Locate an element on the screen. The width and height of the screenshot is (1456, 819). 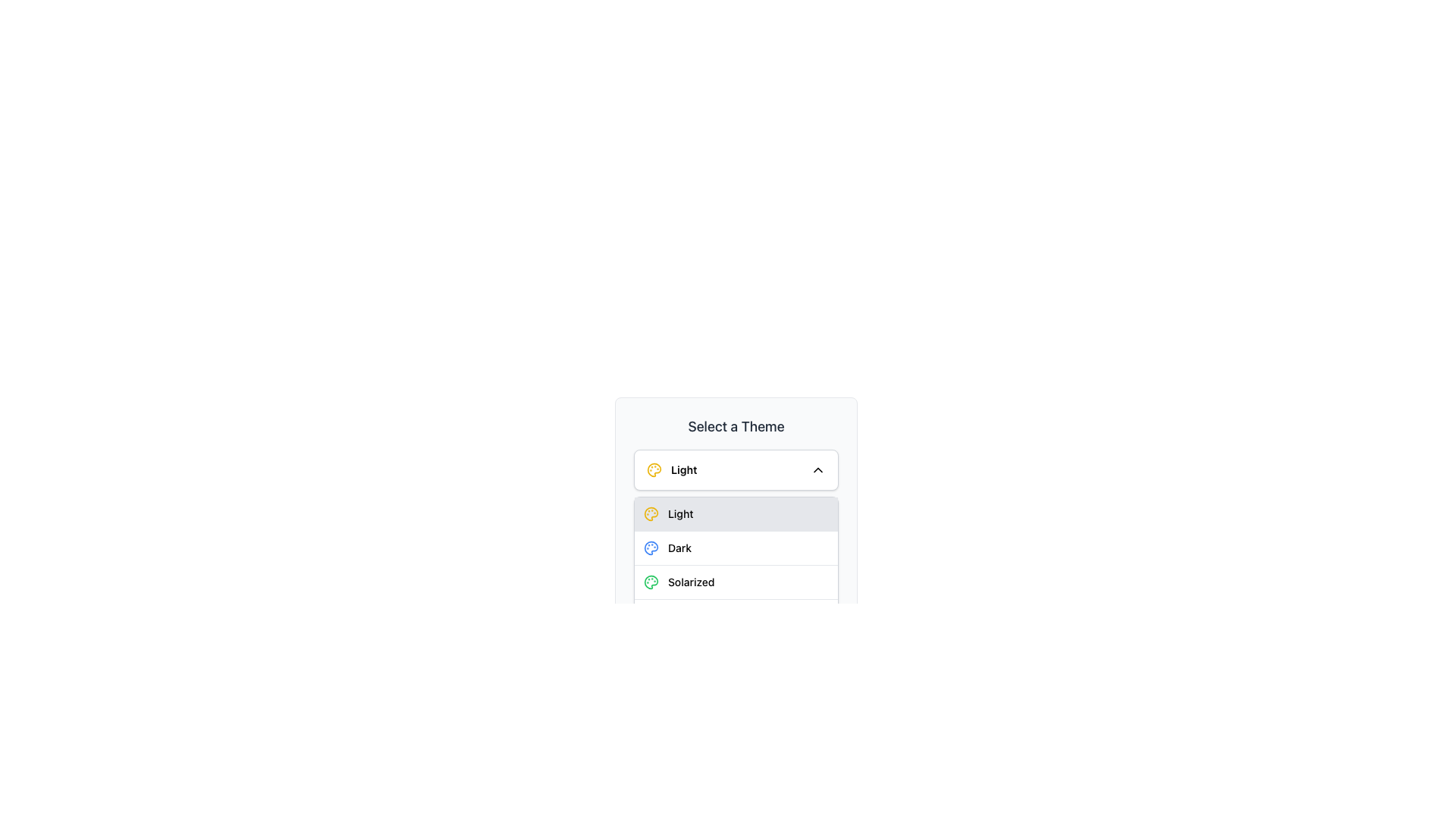
the Dropdown Button located directly below the 'Select a Theme' heading for keyboard interaction is located at coordinates (736, 469).